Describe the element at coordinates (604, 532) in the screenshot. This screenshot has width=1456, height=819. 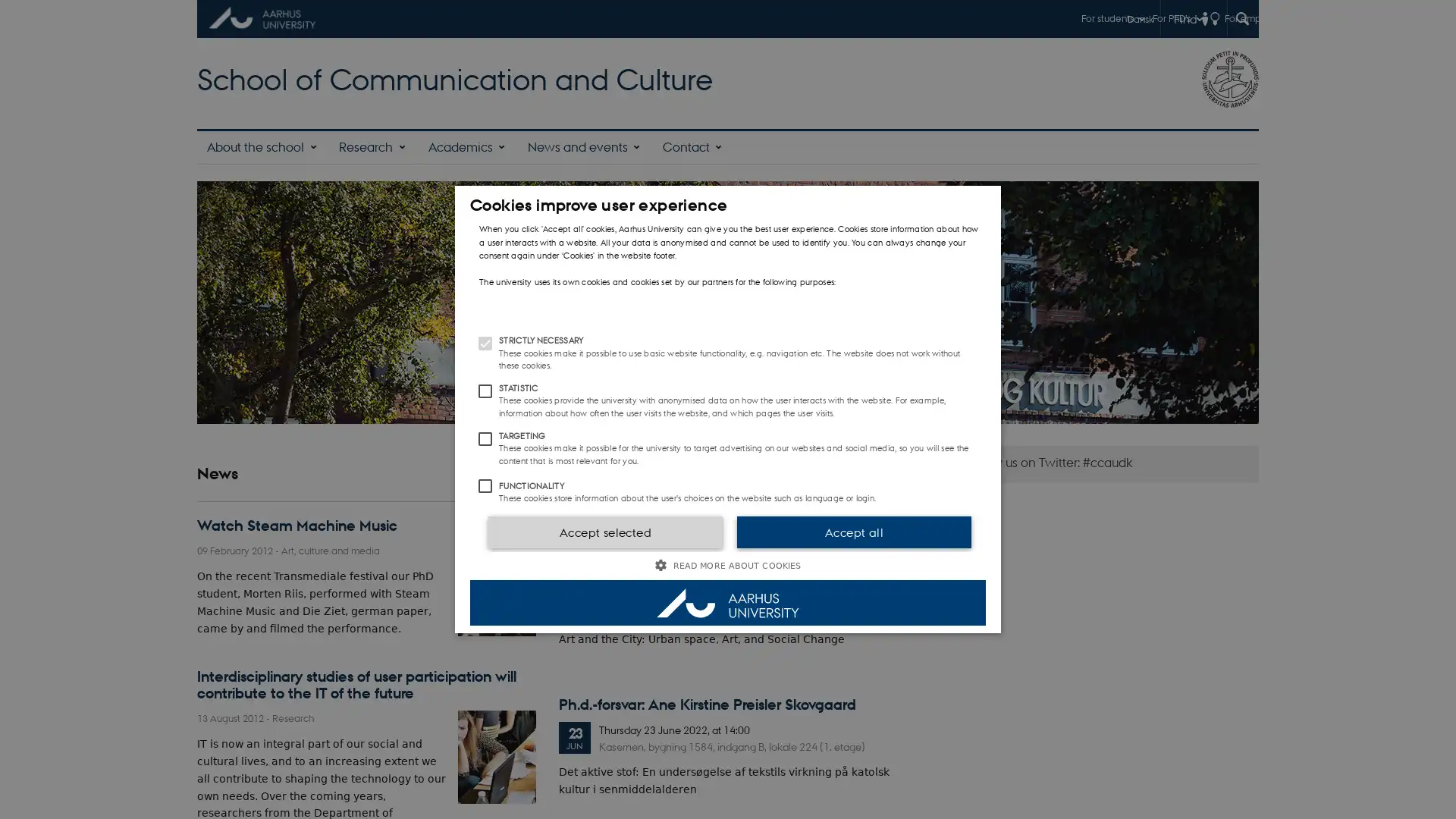
I see `Accept selected` at that location.